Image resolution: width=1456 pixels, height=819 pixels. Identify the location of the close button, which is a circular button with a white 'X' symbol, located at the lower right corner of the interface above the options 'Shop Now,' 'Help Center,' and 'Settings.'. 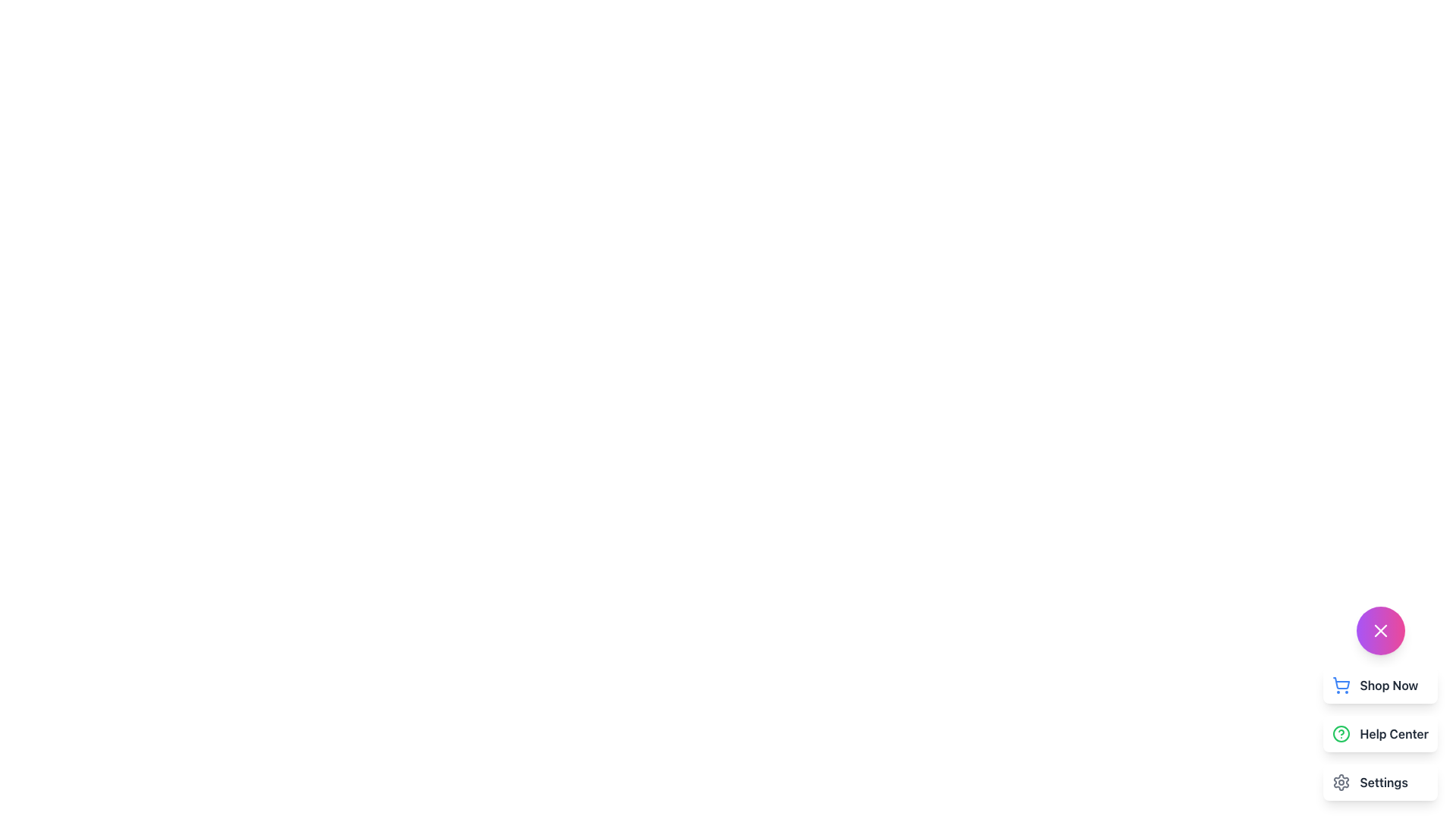
(1380, 631).